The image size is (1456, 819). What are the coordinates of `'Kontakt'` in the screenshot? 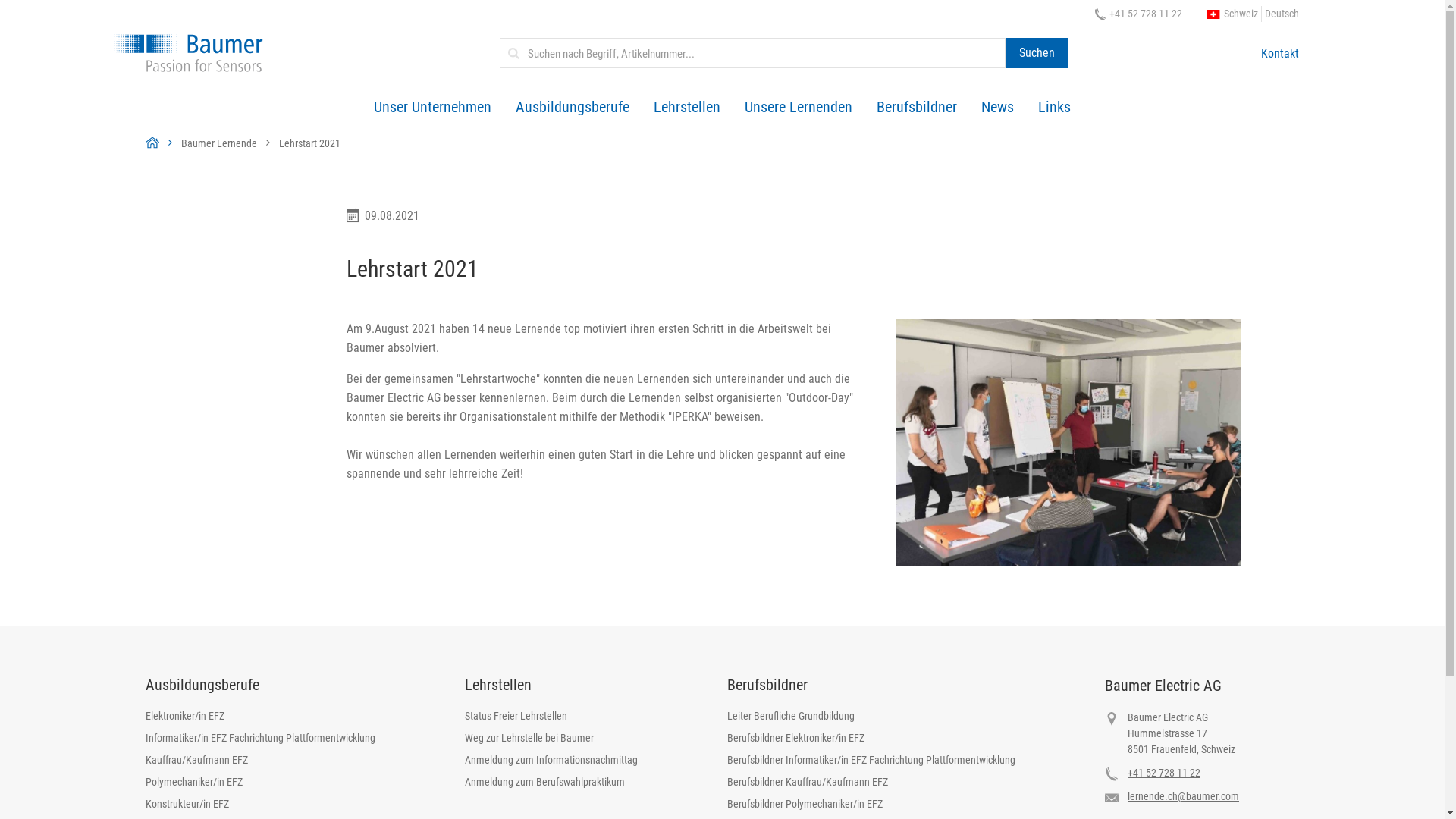 It's located at (1279, 52).